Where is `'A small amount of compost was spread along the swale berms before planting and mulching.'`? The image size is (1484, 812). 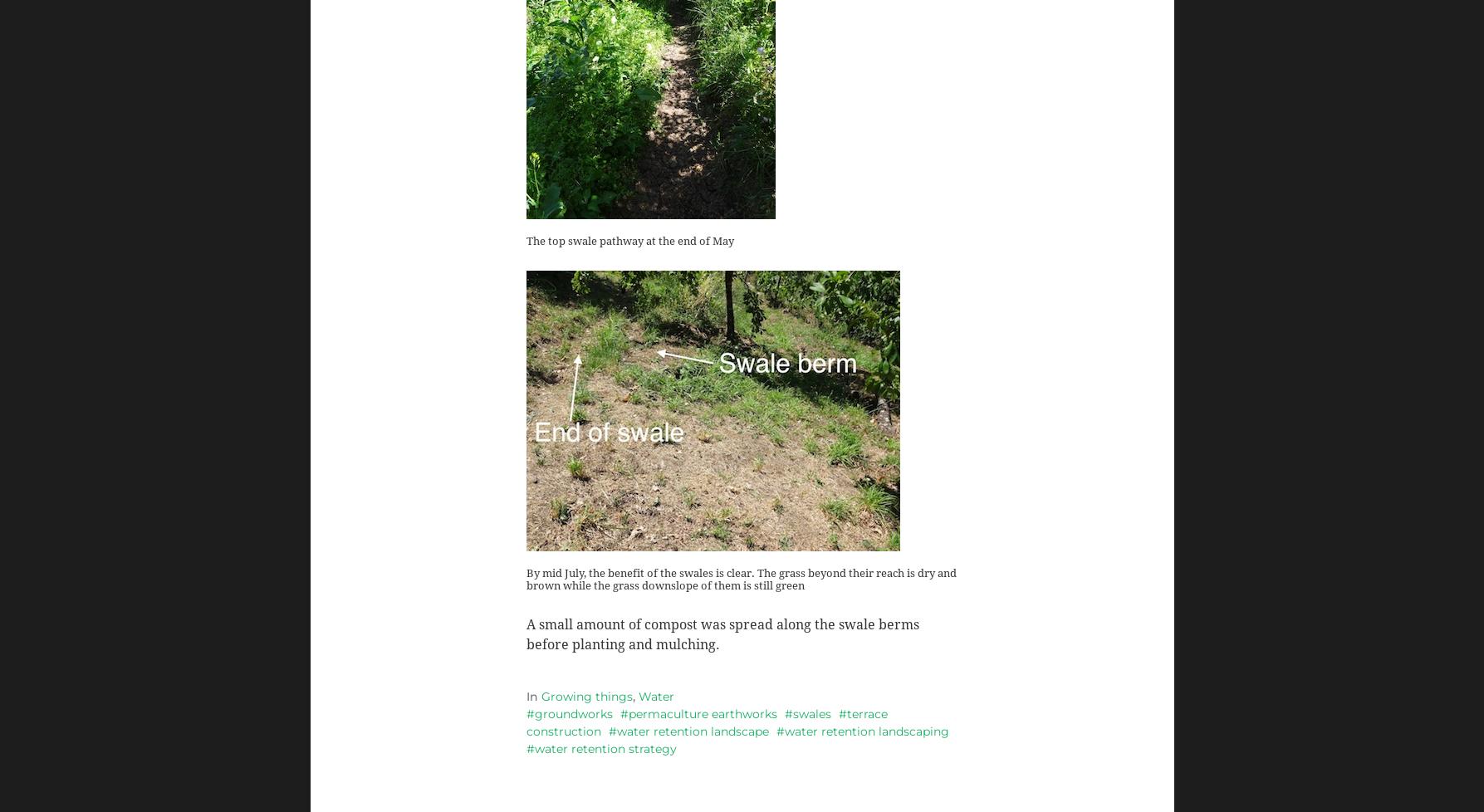 'A small amount of compost was spread along the swale berms before planting and mulching.' is located at coordinates (722, 633).